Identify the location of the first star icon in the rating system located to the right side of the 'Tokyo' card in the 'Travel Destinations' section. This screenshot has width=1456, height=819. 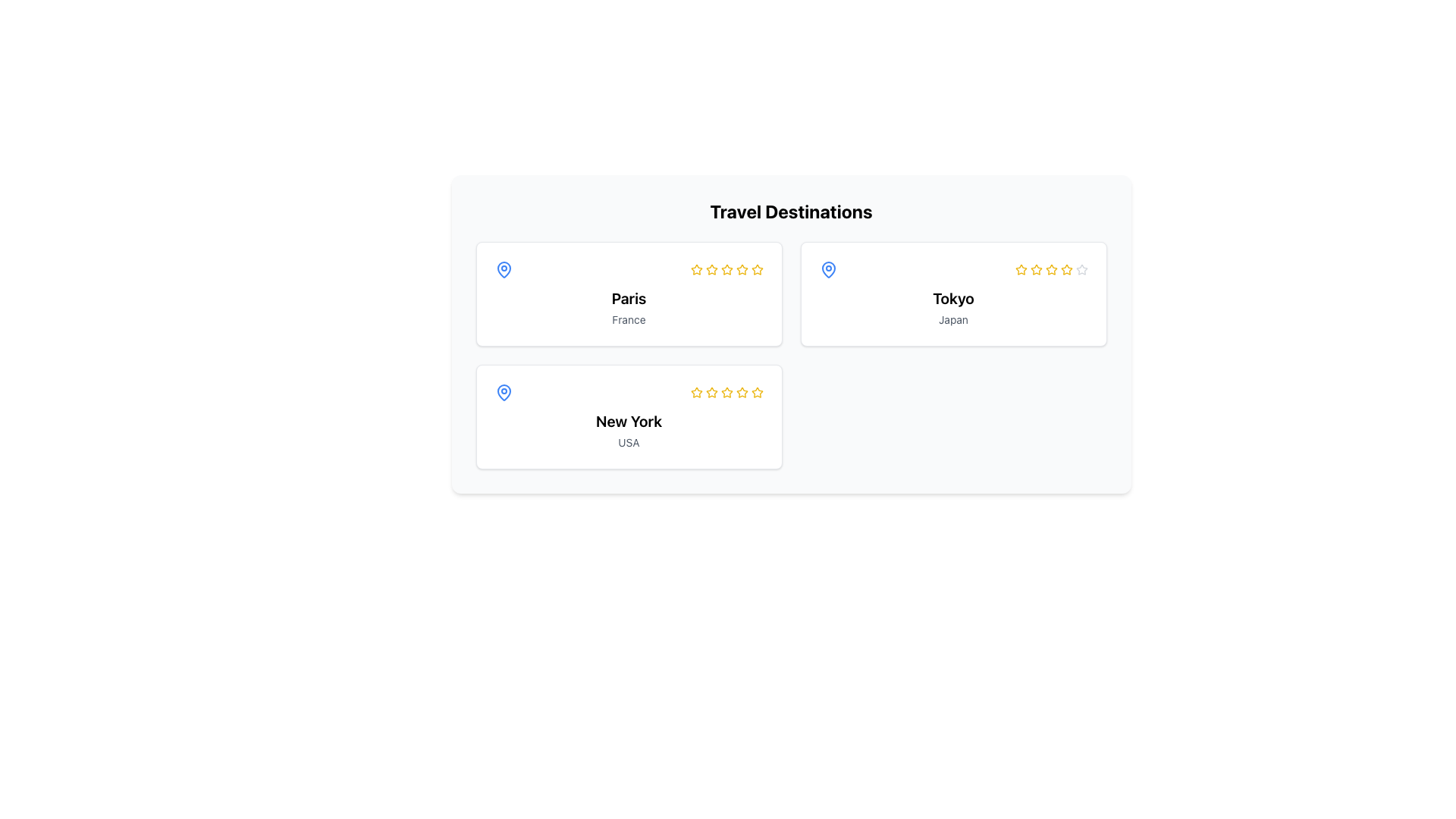
(1021, 268).